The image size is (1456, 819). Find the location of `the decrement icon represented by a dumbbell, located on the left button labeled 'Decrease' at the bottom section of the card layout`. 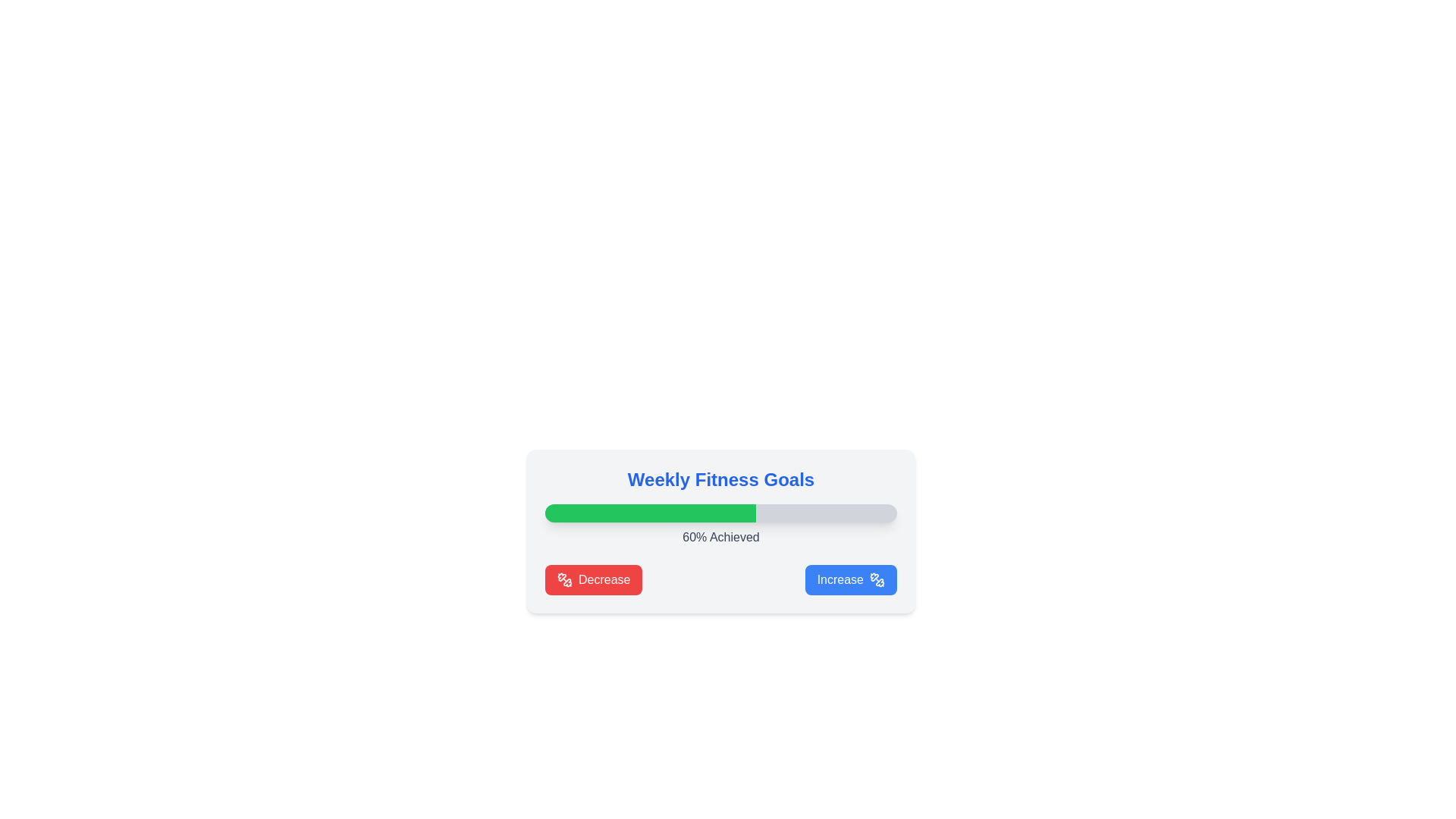

the decrement icon represented by a dumbbell, located on the left button labeled 'Decrease' at the bottom section of the card layout is located at coordinates (563, 579).